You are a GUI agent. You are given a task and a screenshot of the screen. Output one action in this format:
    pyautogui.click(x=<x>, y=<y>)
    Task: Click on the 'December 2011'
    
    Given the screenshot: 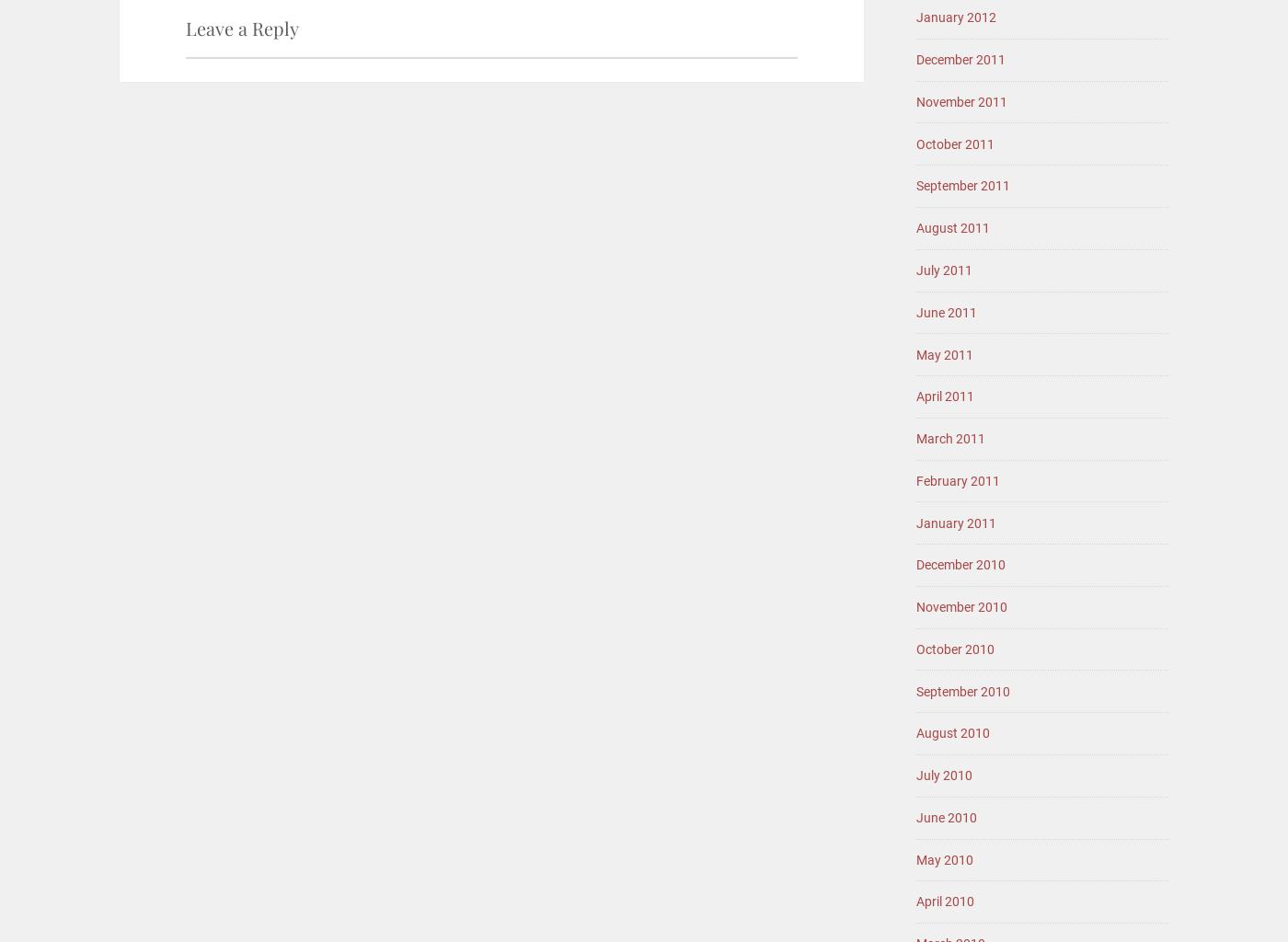 What is the action you would take?
    pyautogui.click(x=915, y=59)
    